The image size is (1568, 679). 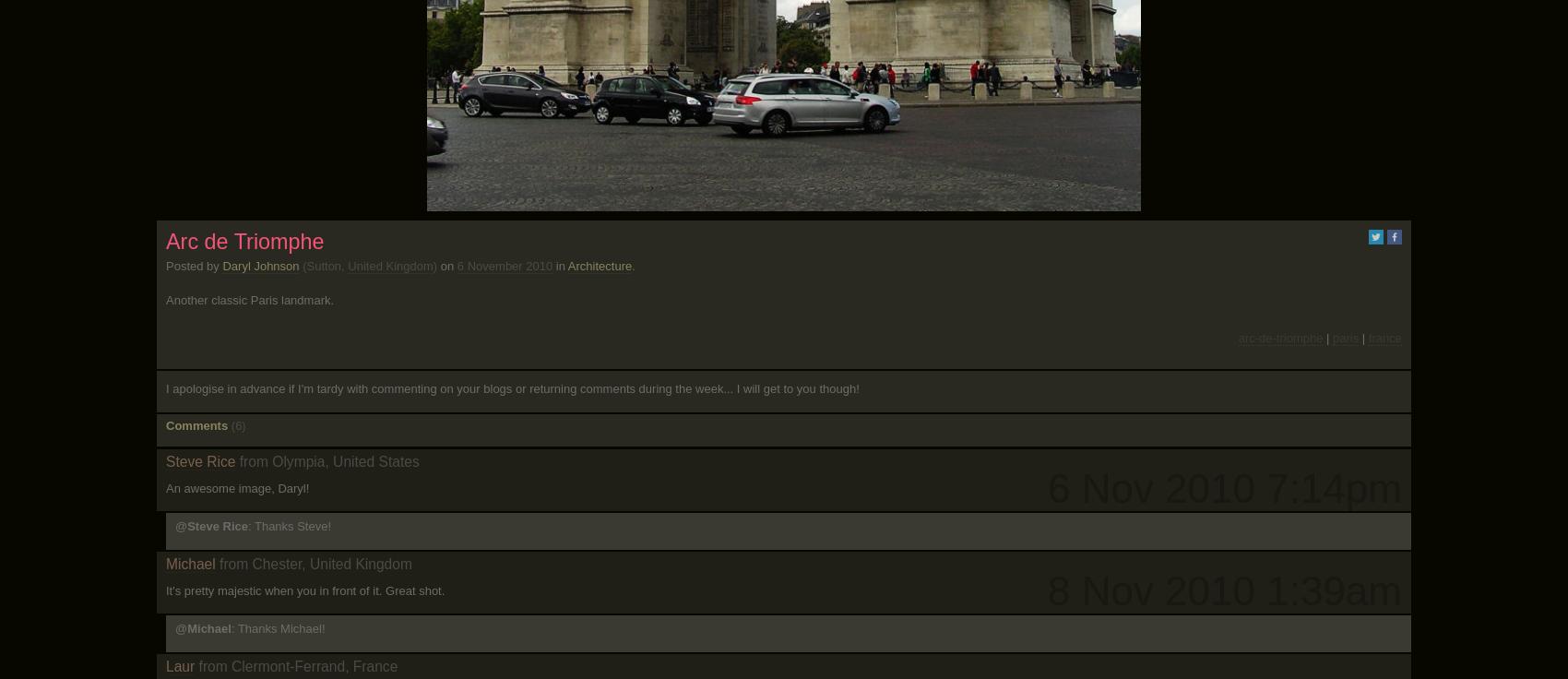 What do you see at coordinates (179, 665) in the screenshot?
I see `'Laur'` at bounding box center [179, 665].